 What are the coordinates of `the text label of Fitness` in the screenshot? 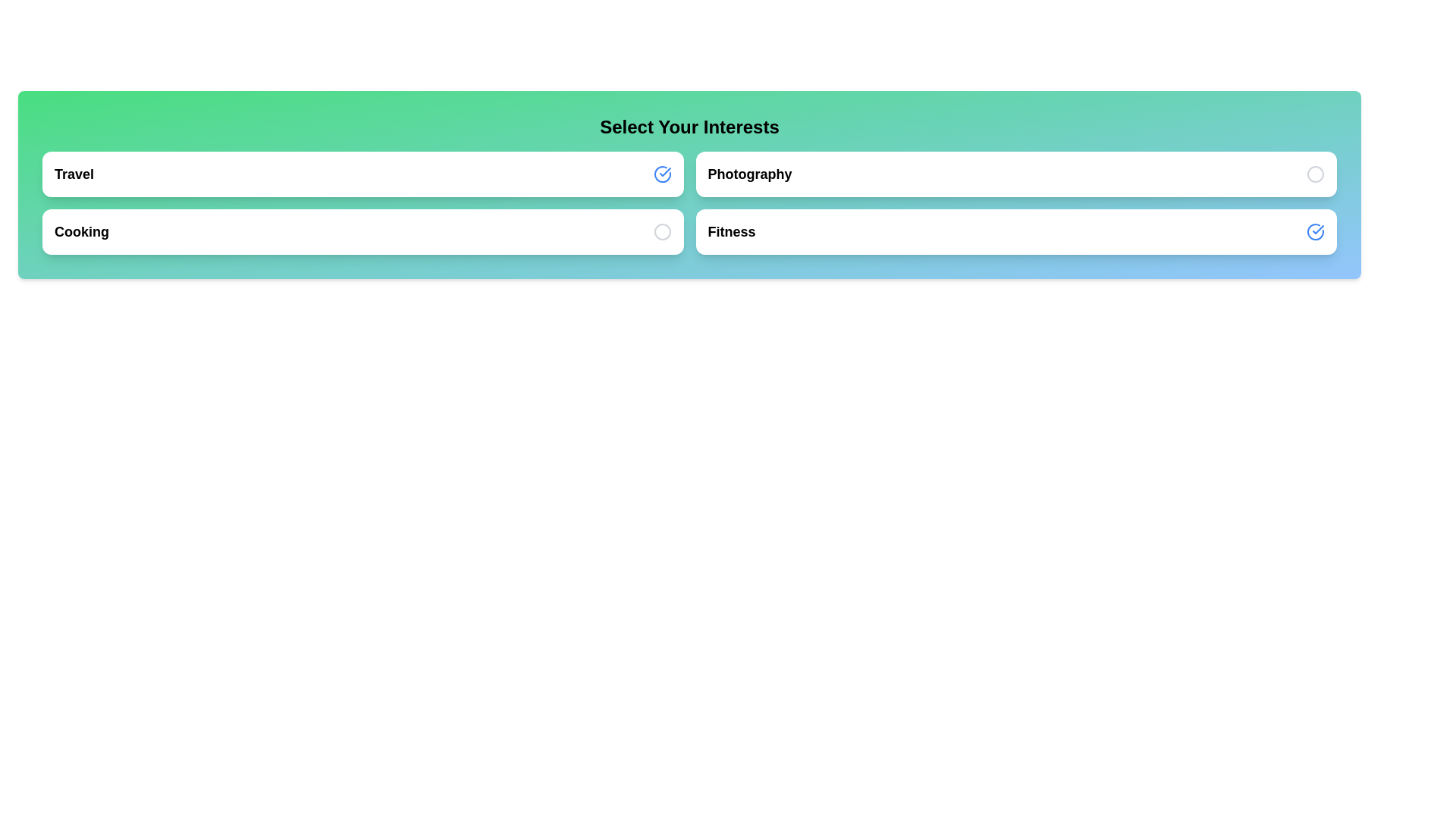 It's located at (731, 231).